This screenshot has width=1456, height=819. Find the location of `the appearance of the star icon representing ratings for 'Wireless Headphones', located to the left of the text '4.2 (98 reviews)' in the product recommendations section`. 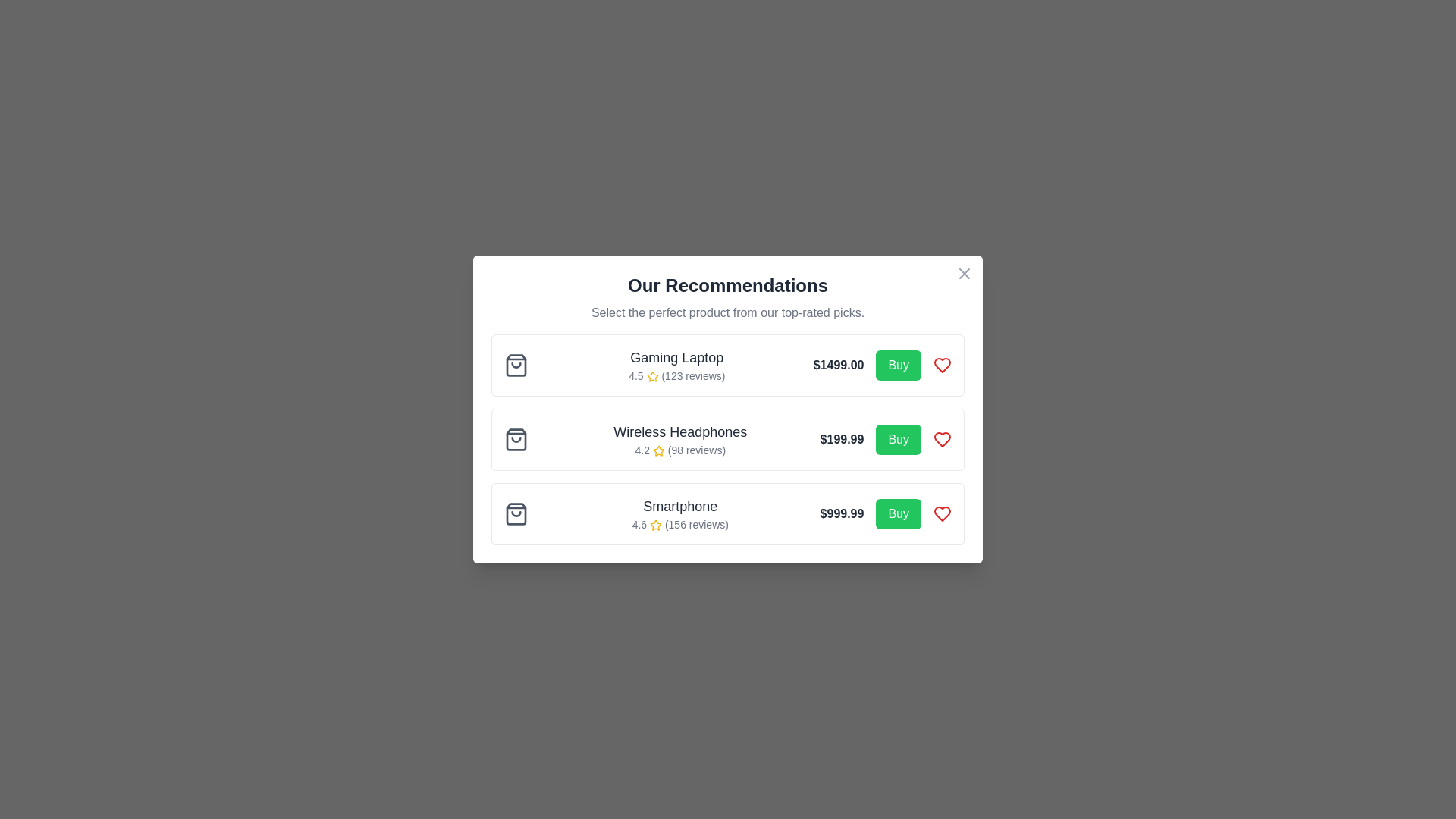

the appearance of the star icon representing ratings for 'Wireless Headphones', located to the left of the text '4.2 (98 reviews)' in the product recommendations section is located at coordinates (658, 450).